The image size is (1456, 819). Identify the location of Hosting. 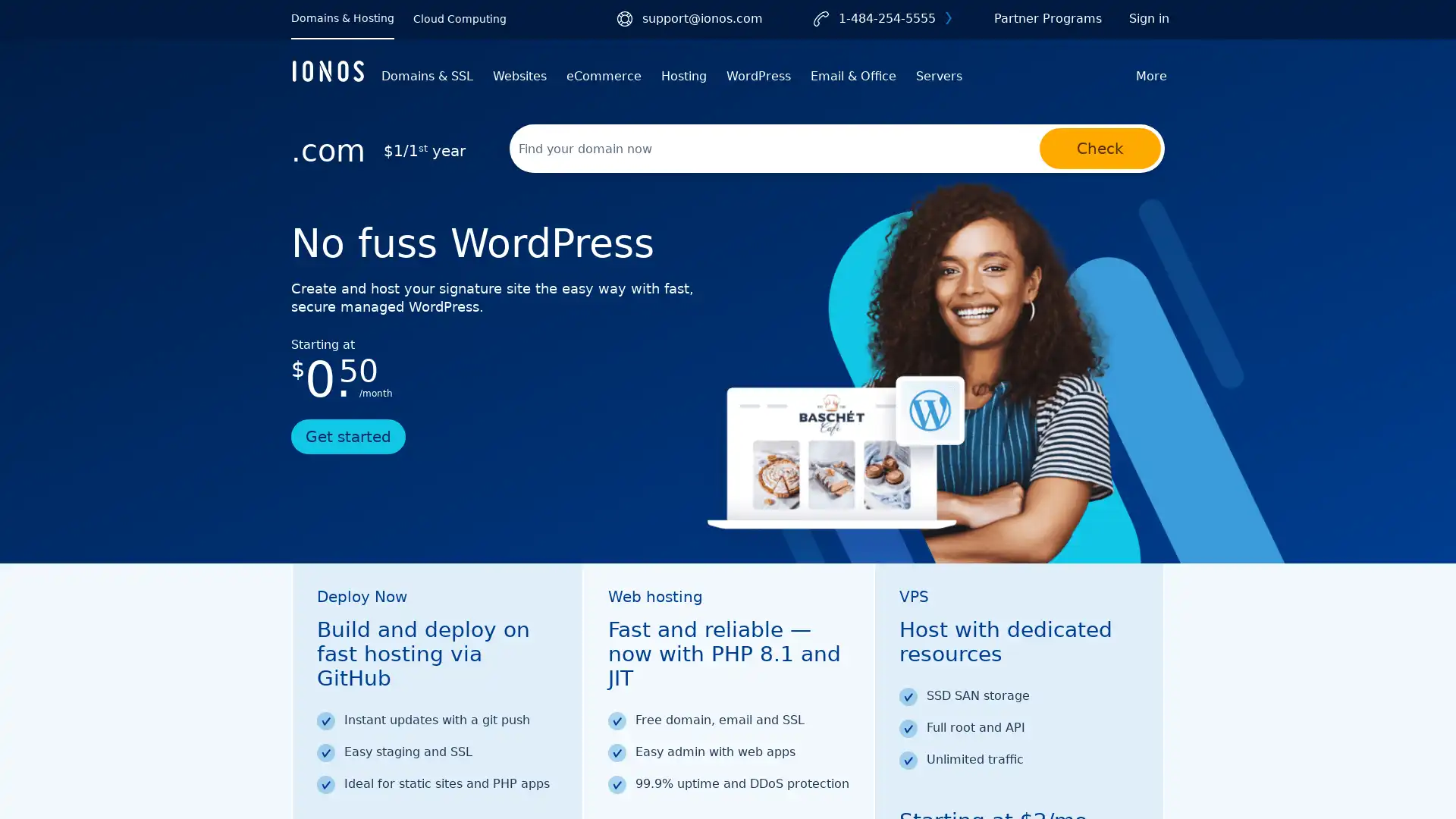
(683, 76).